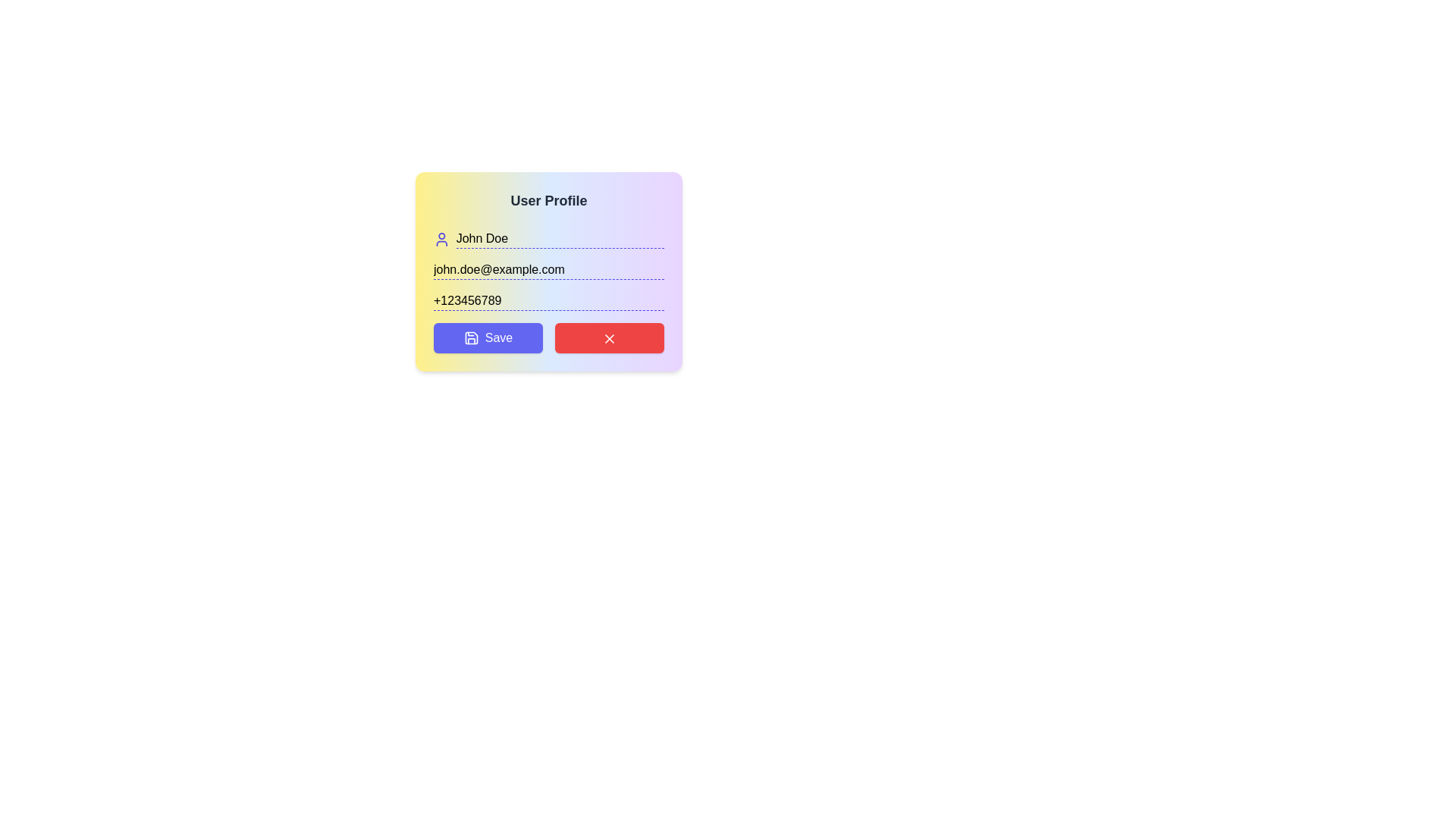  I want to click on the 'Save' button, which has a purple background, white text, and a save disk icon, located at the bottom center of the panel, so click(488, 337).